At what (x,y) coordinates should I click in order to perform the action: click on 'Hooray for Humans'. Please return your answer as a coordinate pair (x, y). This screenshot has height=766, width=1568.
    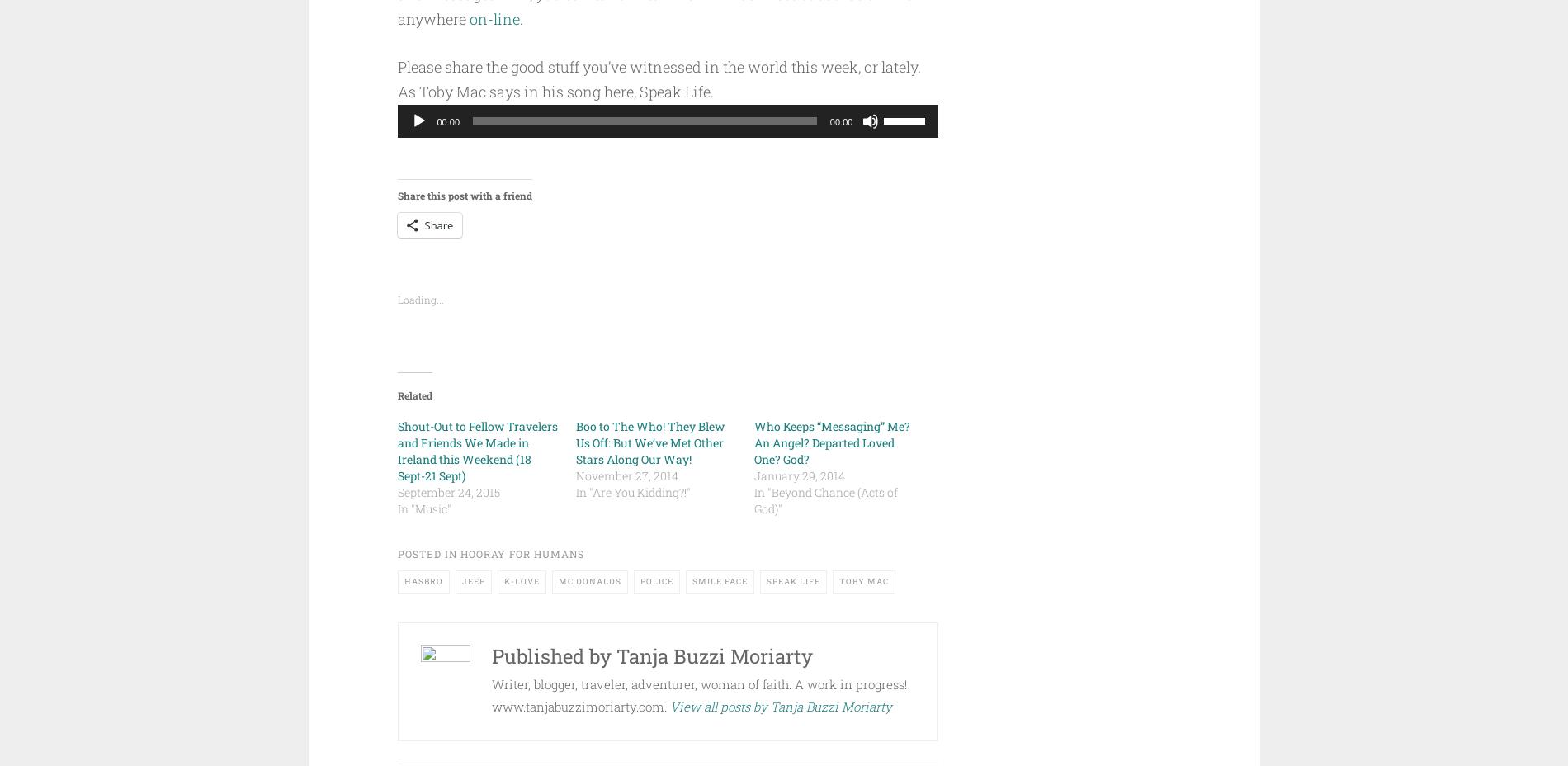
    Looking at the image, I should click on (460, 553).